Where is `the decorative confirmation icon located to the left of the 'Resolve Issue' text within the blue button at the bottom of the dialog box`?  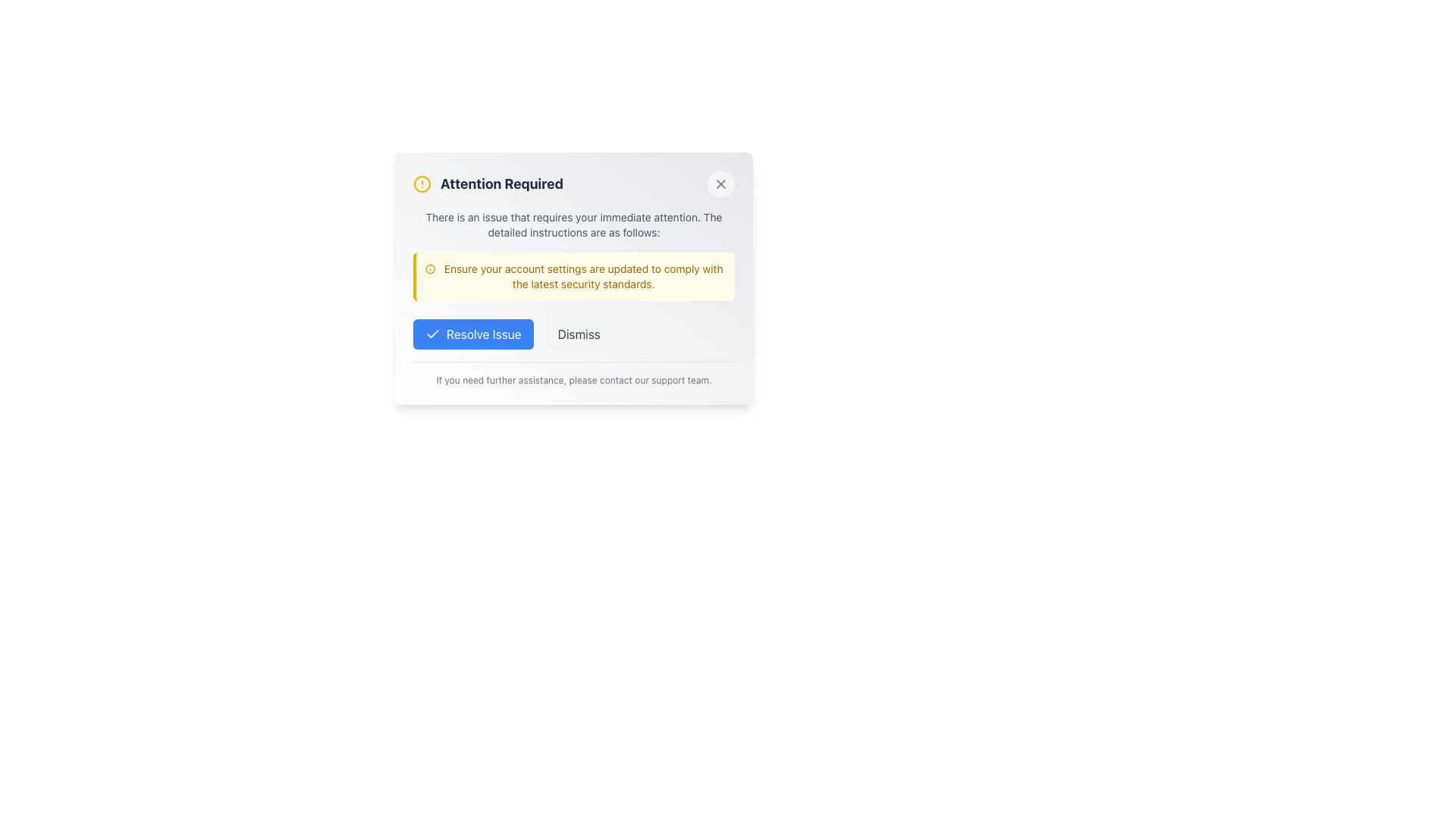 the decorative confirmation icon located to the left of the 'Resolve Issue' text within the blue button at the bottom of the dialog box is located at coordinates (432, 333).